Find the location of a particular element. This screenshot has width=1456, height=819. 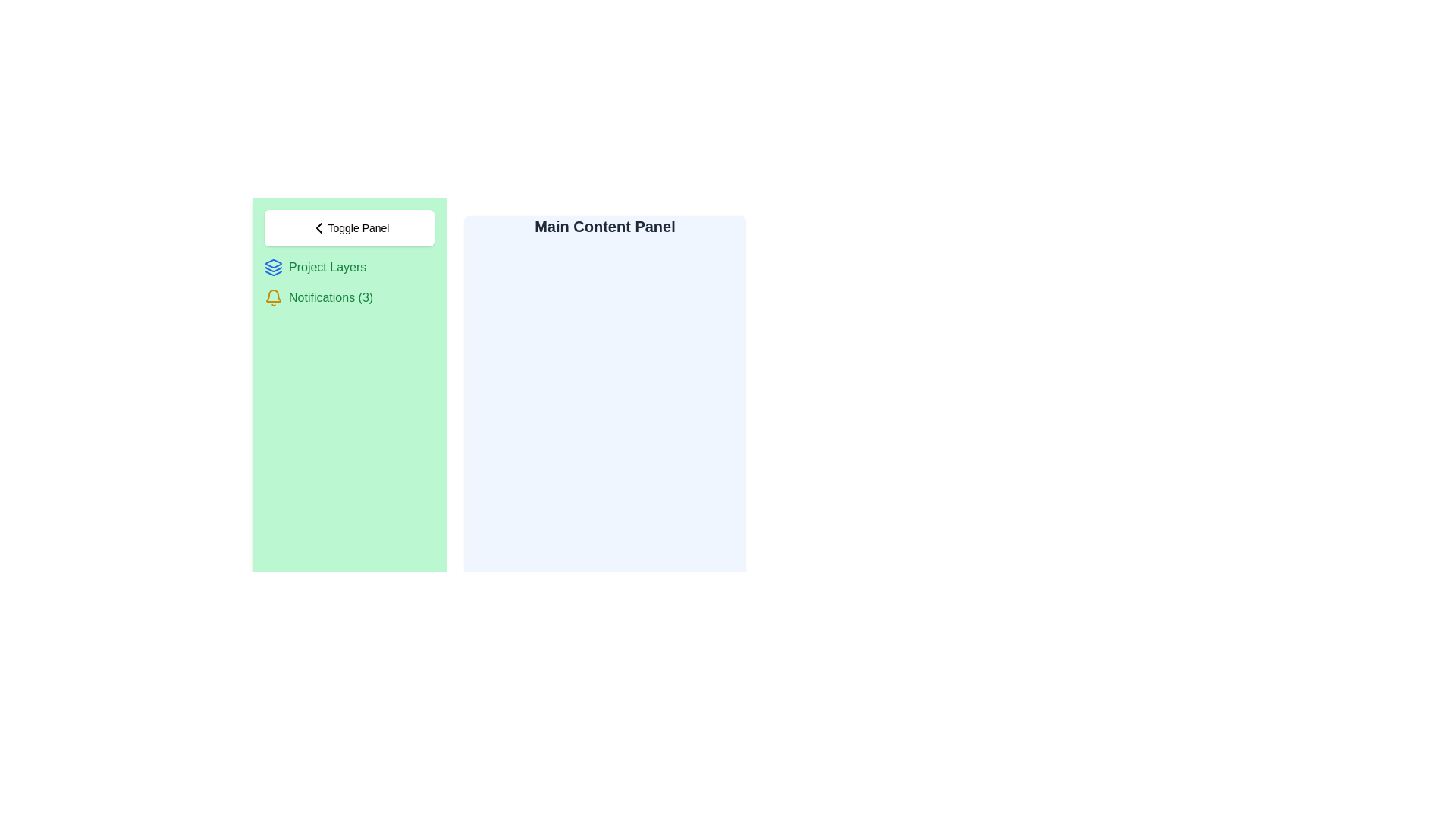

the left-facing chevron icon located inside the 'Toggle Panel' button is located at coordinates (318, 227).